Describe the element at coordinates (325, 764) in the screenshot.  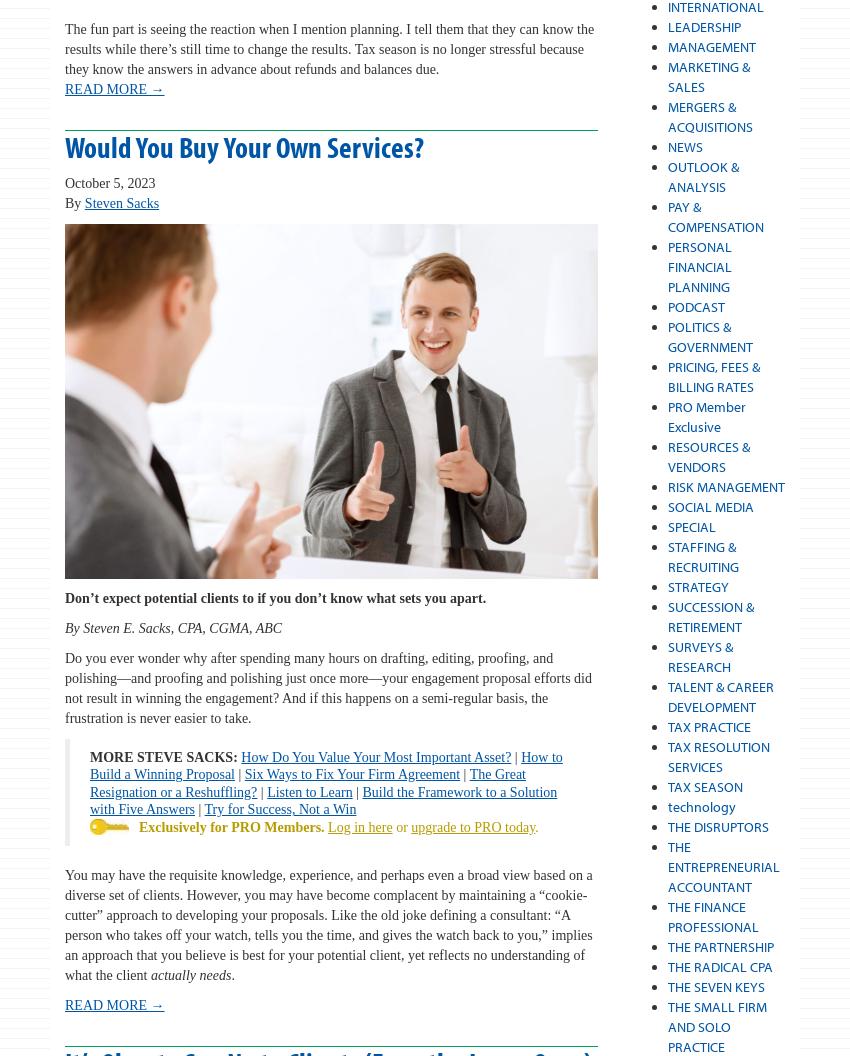
I see `'How to Build a Winning Proposal'` at that location.